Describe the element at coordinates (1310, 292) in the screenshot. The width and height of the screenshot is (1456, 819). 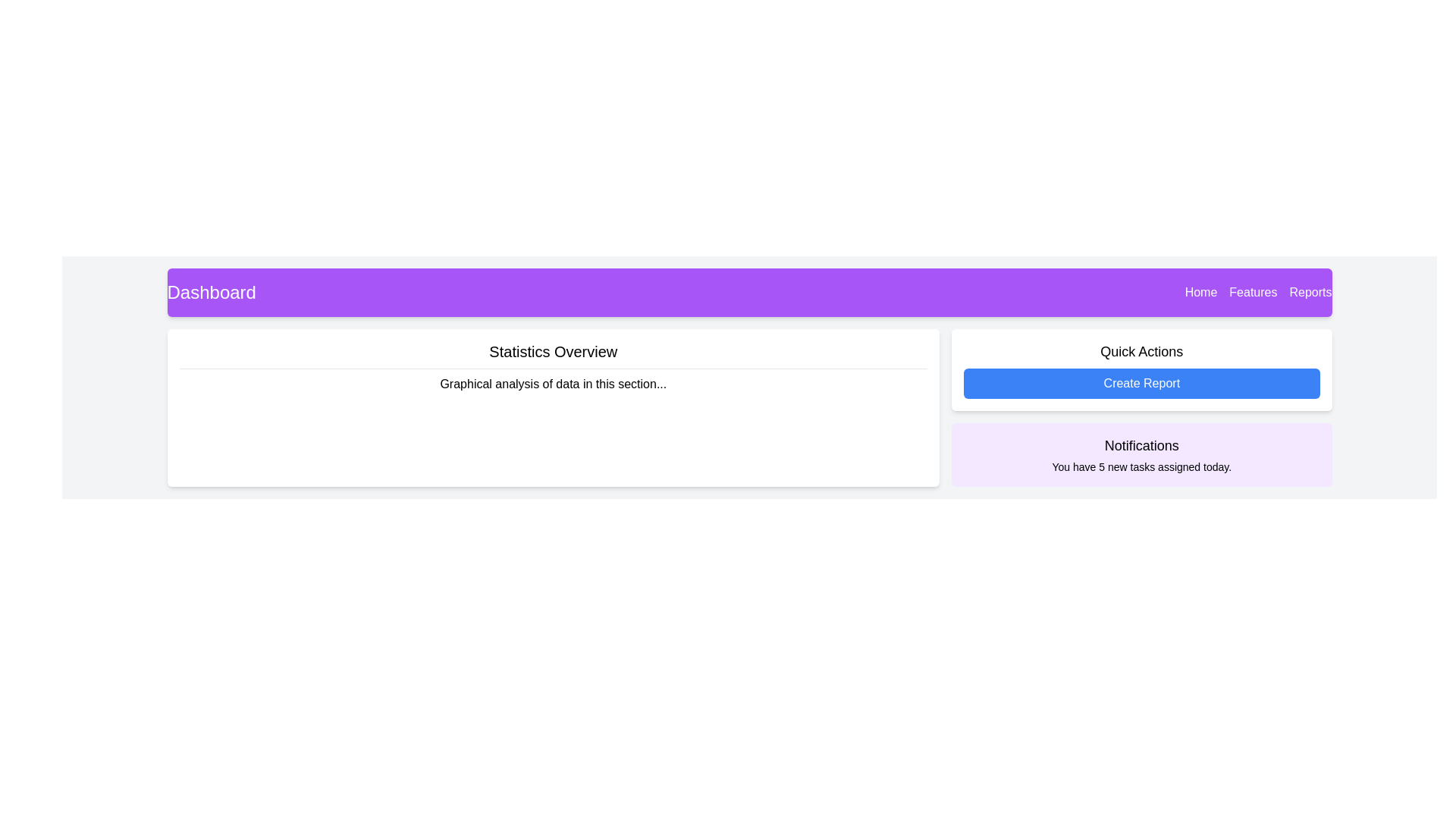
I see `the navigational text label in the top navigation bar that directs users to the reports section` at that location.